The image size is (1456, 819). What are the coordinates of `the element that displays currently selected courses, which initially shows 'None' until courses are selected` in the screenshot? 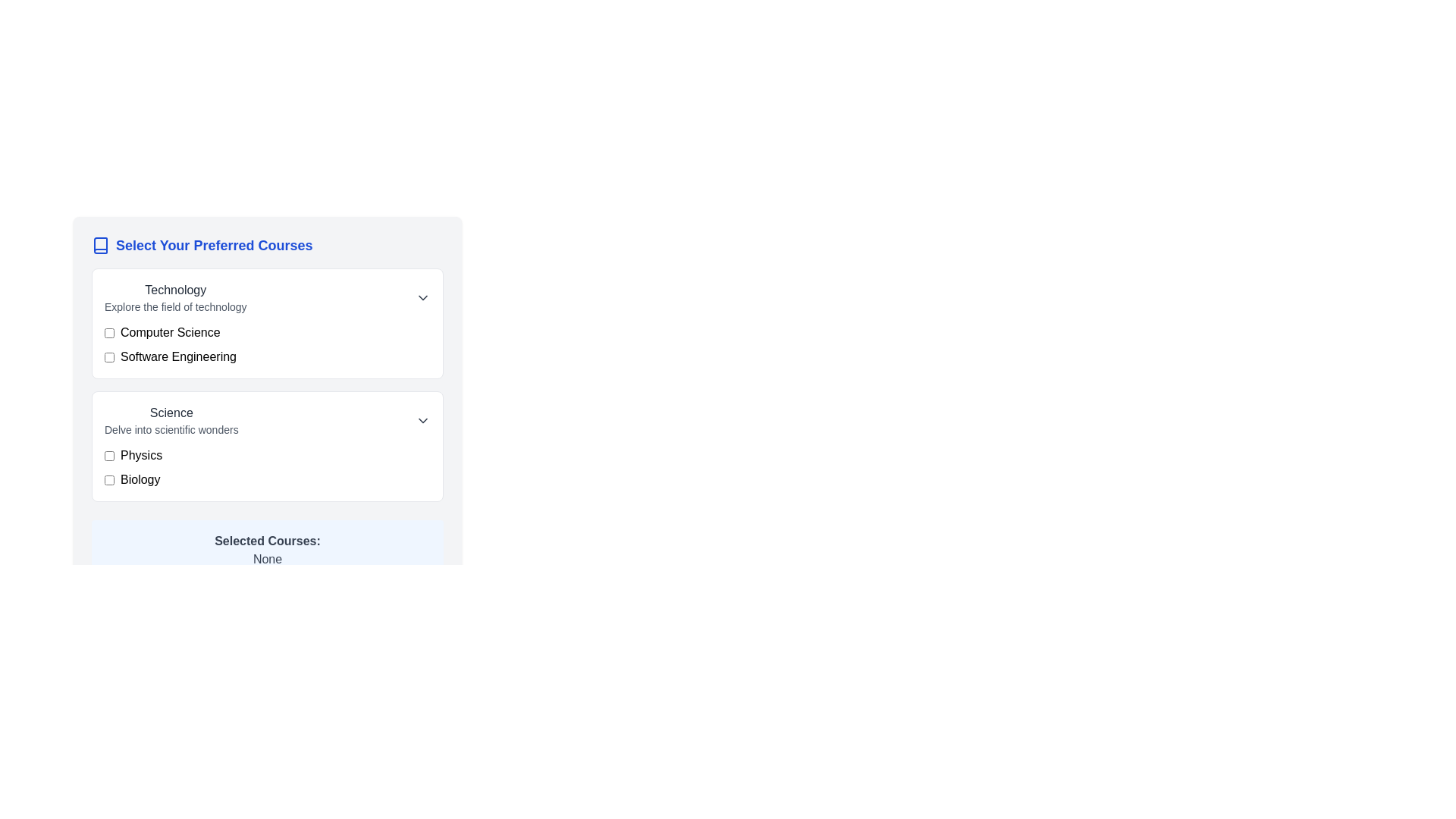 It's located at (268, 550).